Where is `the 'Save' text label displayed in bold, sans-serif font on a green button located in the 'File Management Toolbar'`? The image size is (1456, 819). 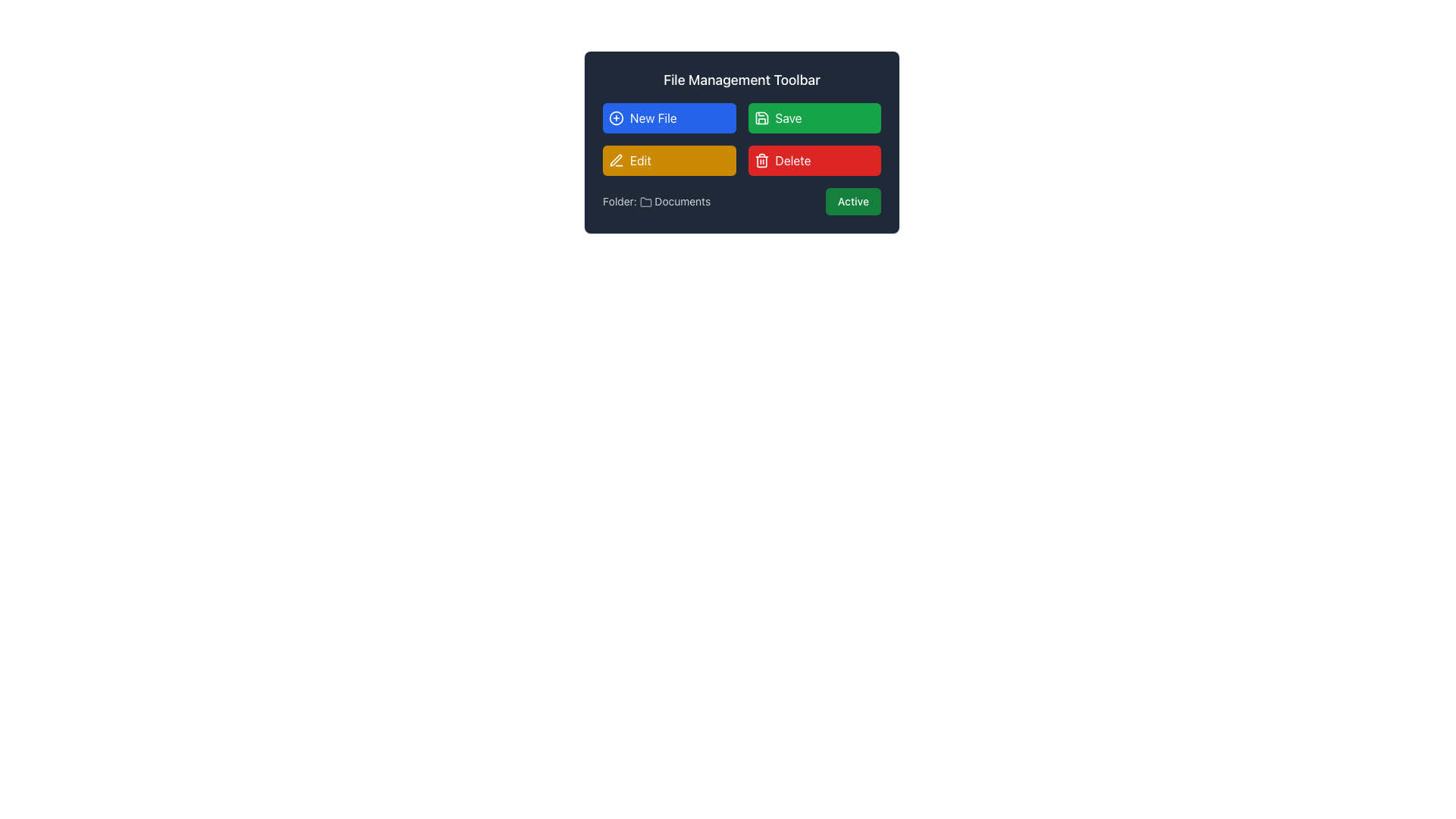 the 'Save' text label displayed in bold, sans-serif font on a green button located in the 'File Management Toolbar' is located at coordinates (789, 117).